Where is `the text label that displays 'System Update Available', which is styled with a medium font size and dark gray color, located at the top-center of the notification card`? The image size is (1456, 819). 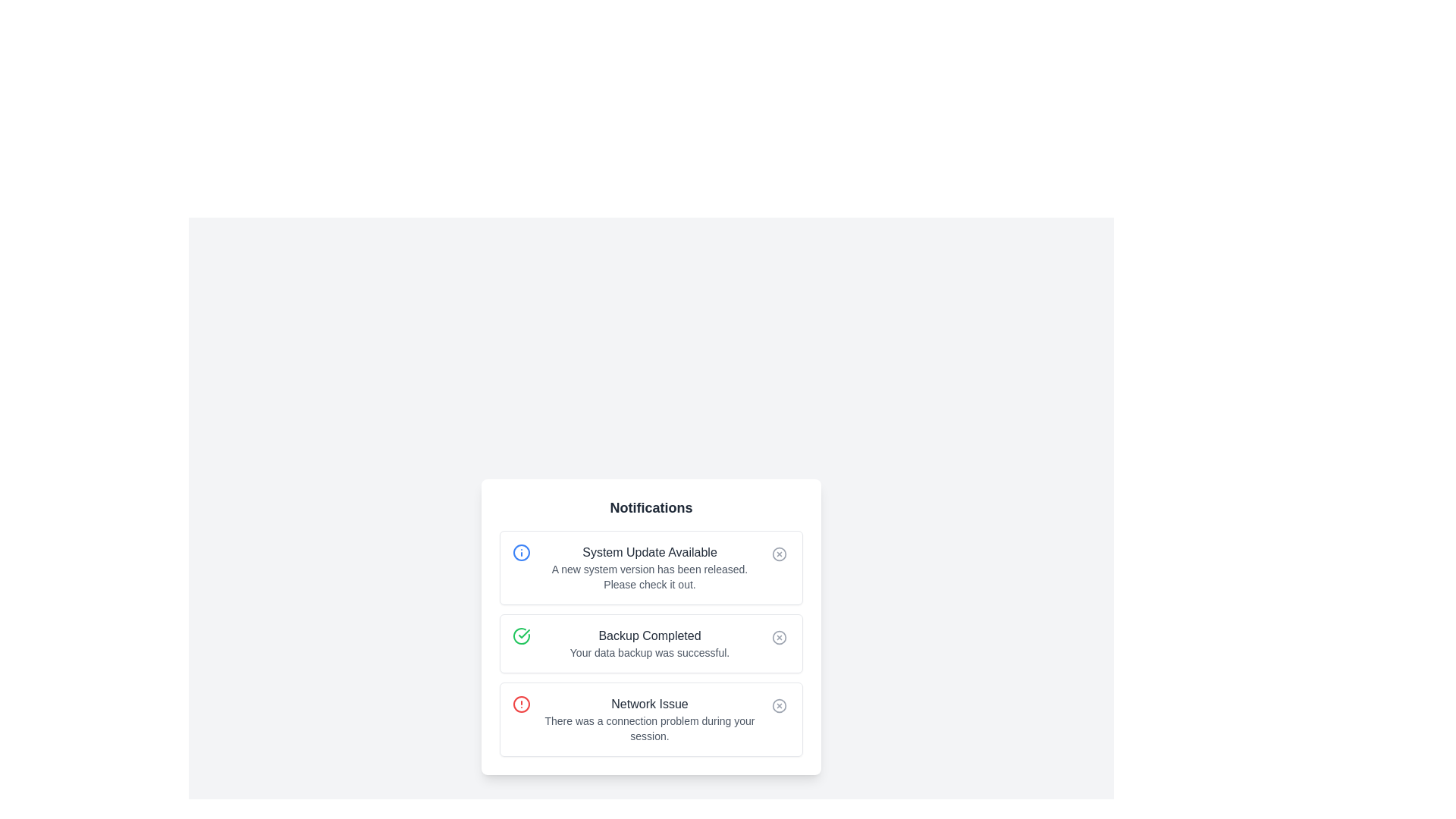
the text label that displays 'System Update Available', which is styled with a medium font size and dark gray color, located at the top-center of the notification card is located at coordinates (650, 553).